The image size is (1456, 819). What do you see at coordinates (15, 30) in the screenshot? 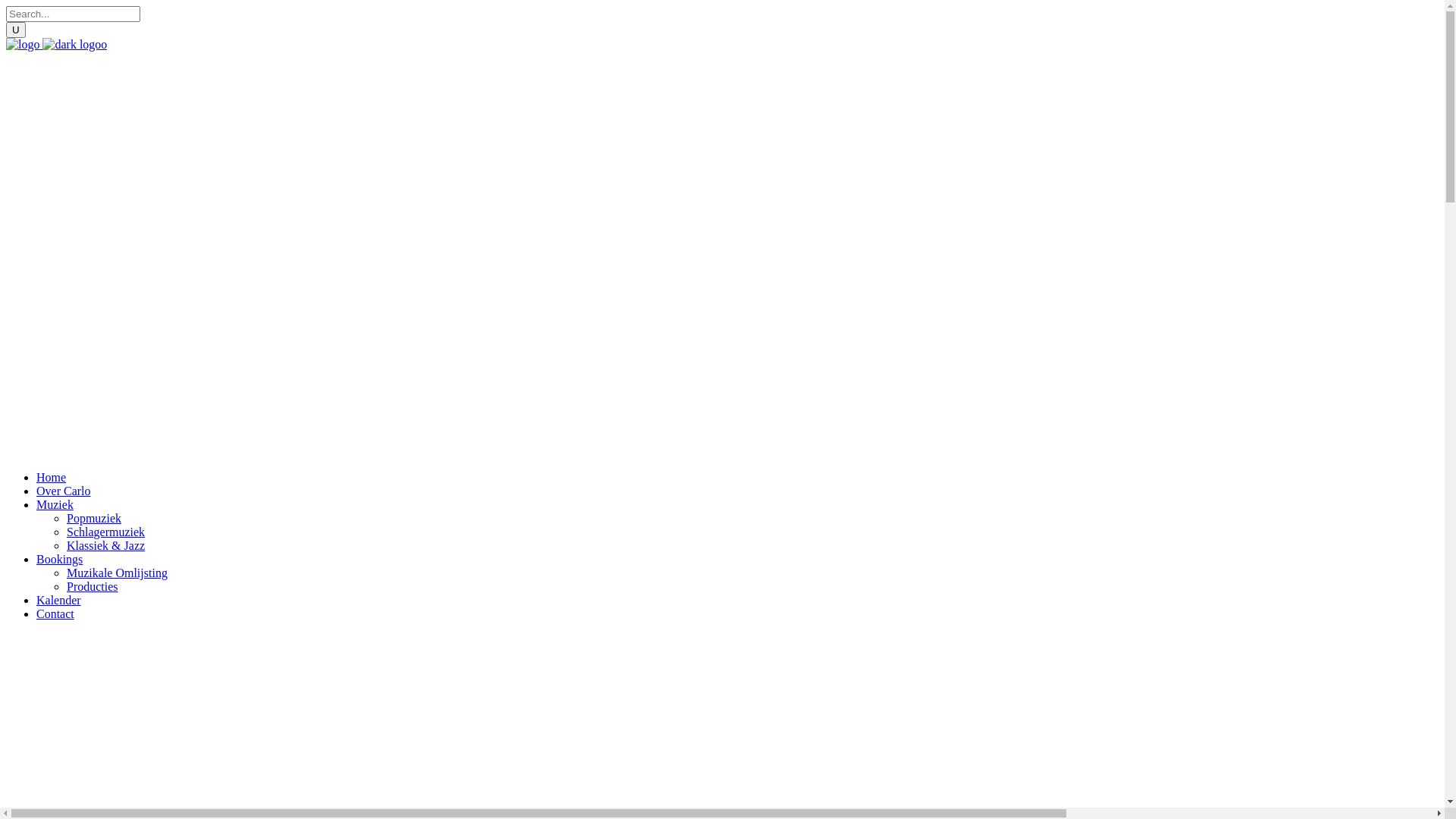
I see `'U'` at bounding box center [15, 30].